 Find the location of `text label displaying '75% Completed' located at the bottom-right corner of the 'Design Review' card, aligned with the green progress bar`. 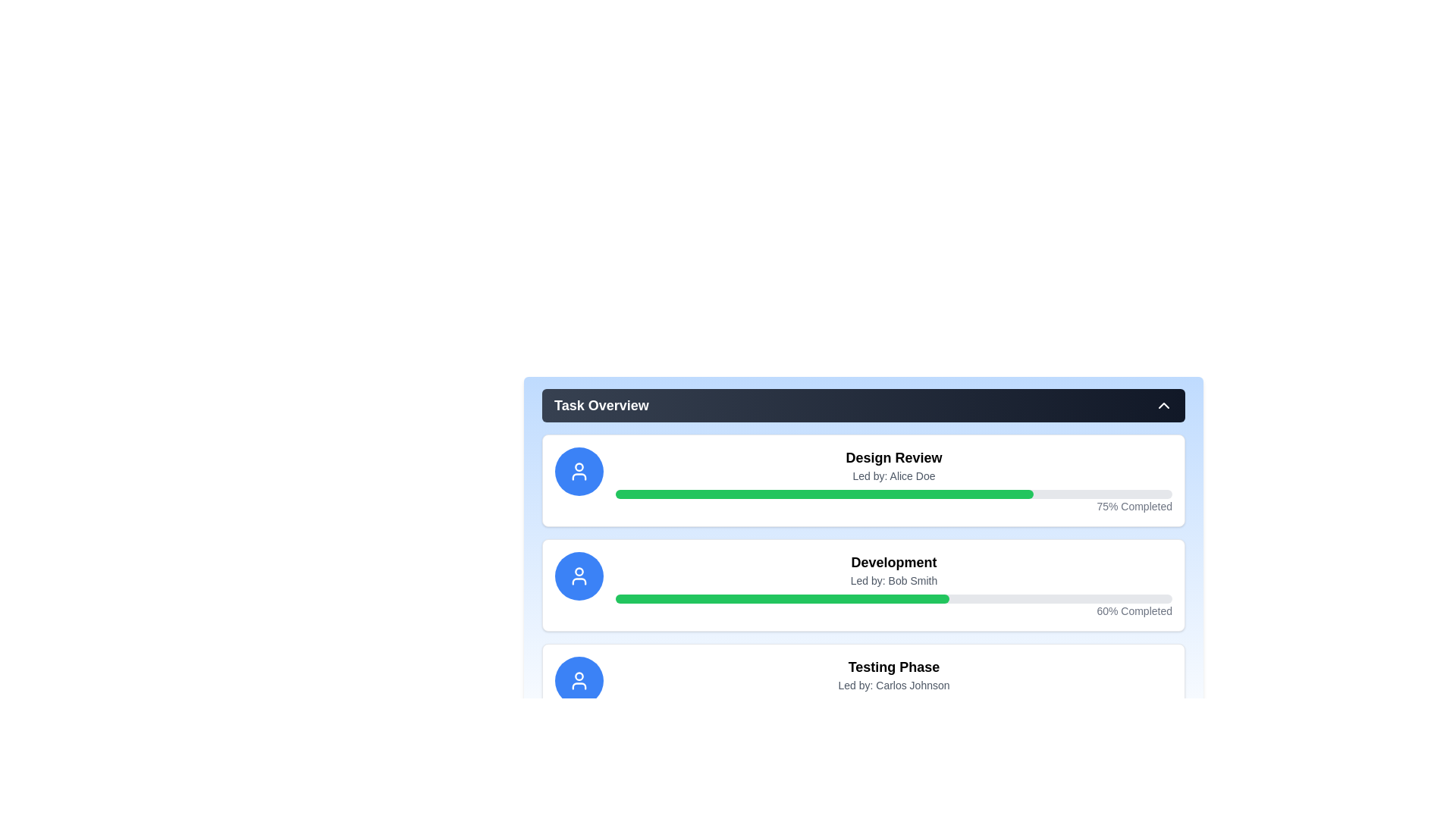

text label displaying '75% Completed' located at the bottom-right corner of the 'Design Review' card, aligned with the green progress bar is located at coordinates (894, 506).